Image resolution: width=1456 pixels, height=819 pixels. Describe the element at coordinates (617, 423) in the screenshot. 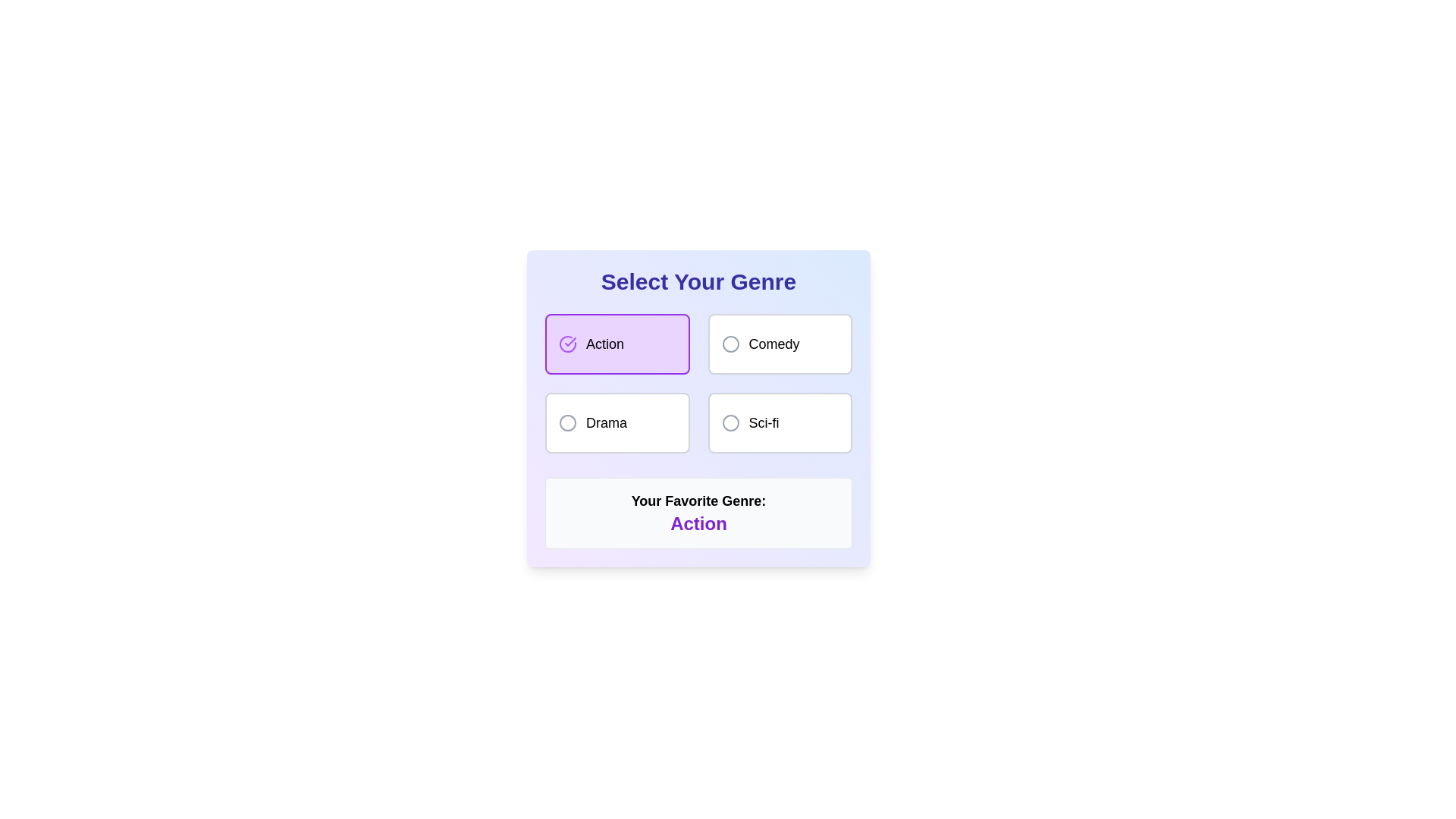

I see `the 'Drama' radio button which is a rectangular button with rounded corners and a white background, containing a circular radio button on the left and the text 'Drama' in black` at that location.